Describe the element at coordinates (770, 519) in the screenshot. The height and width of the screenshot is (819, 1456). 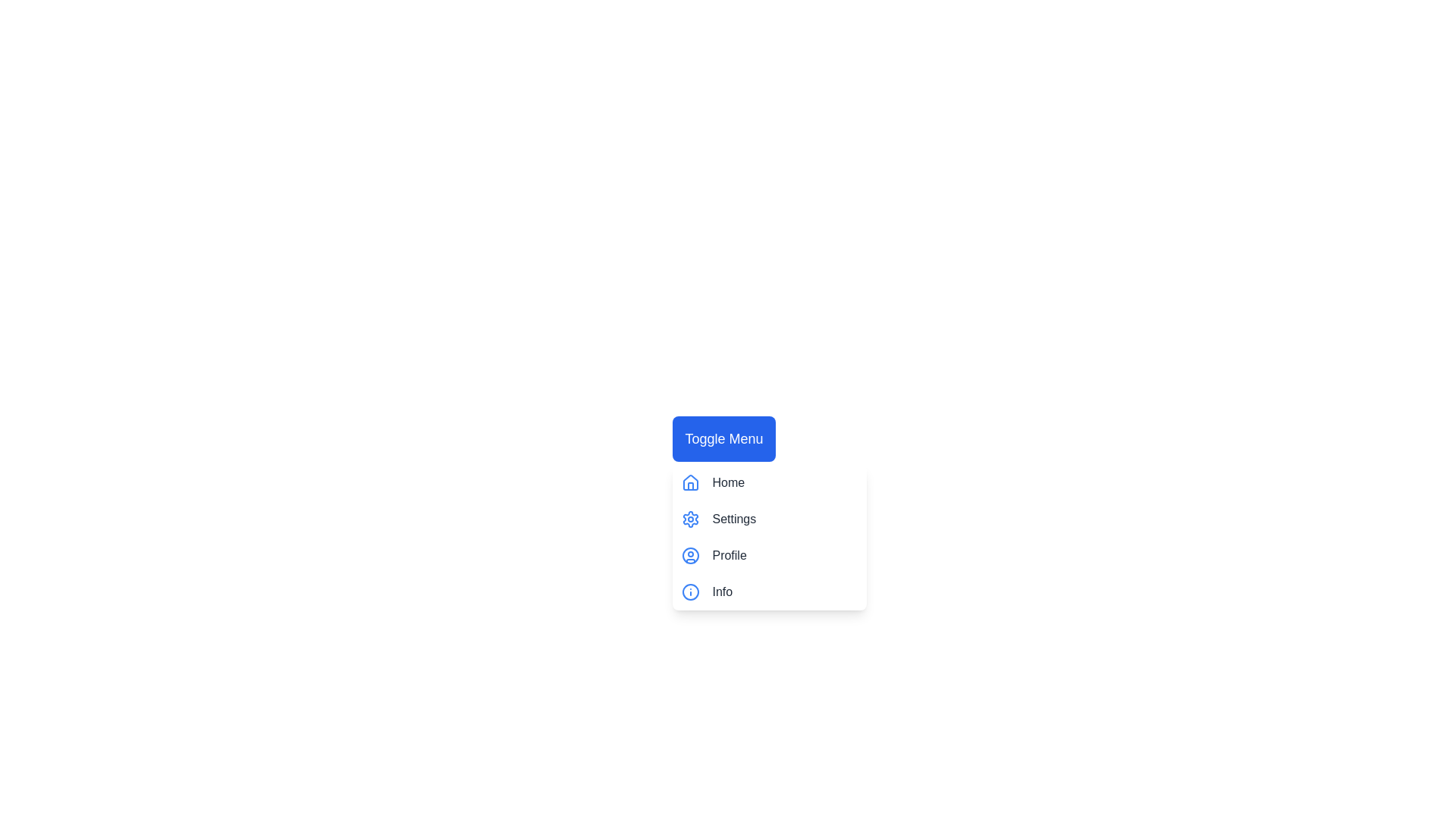
I see `the menu item Settings to highlight it` at that location.